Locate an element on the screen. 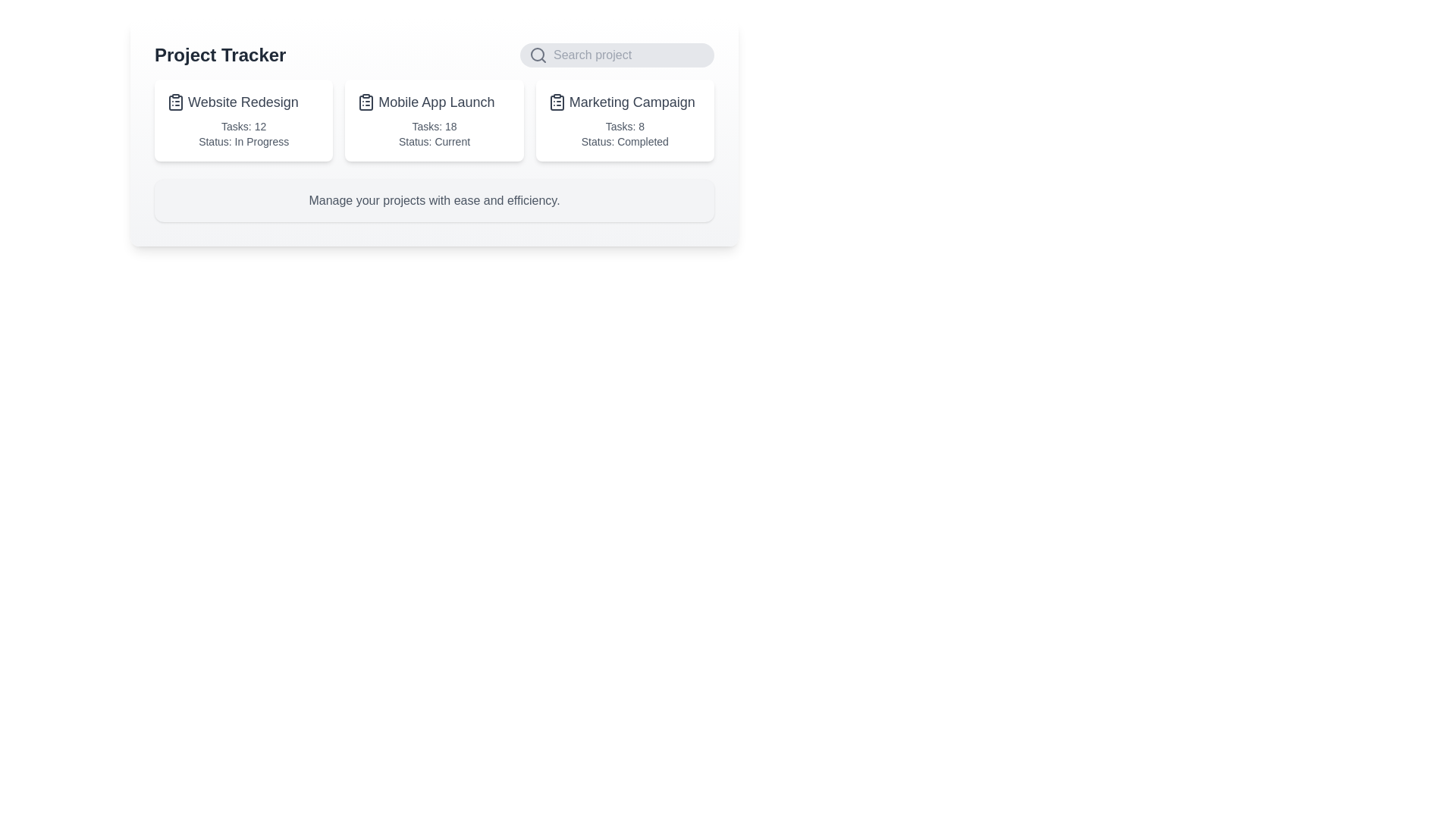  the project is located at coordinates (433, 102).